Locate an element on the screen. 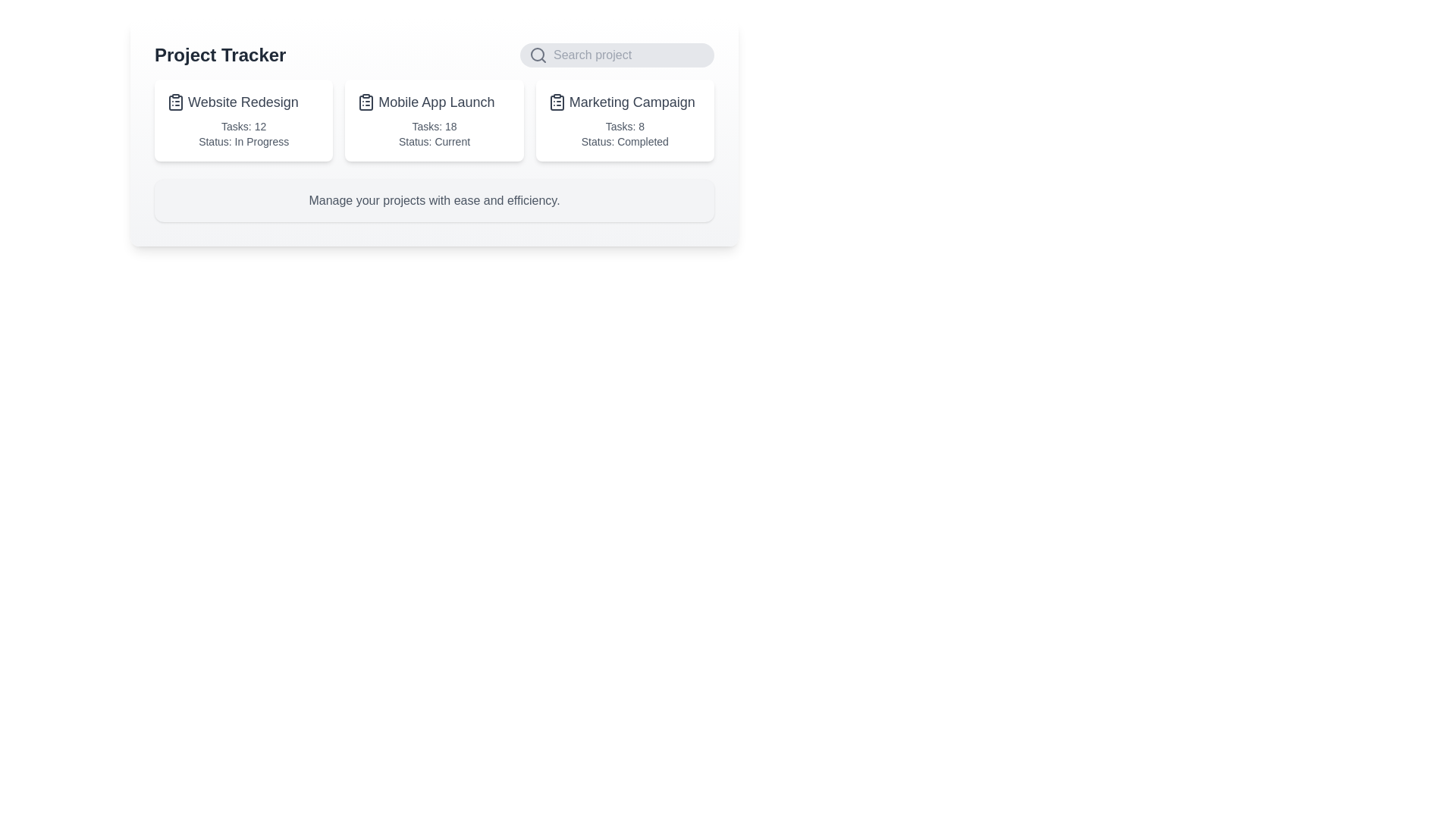  the project is located at coordinates (433, 102).